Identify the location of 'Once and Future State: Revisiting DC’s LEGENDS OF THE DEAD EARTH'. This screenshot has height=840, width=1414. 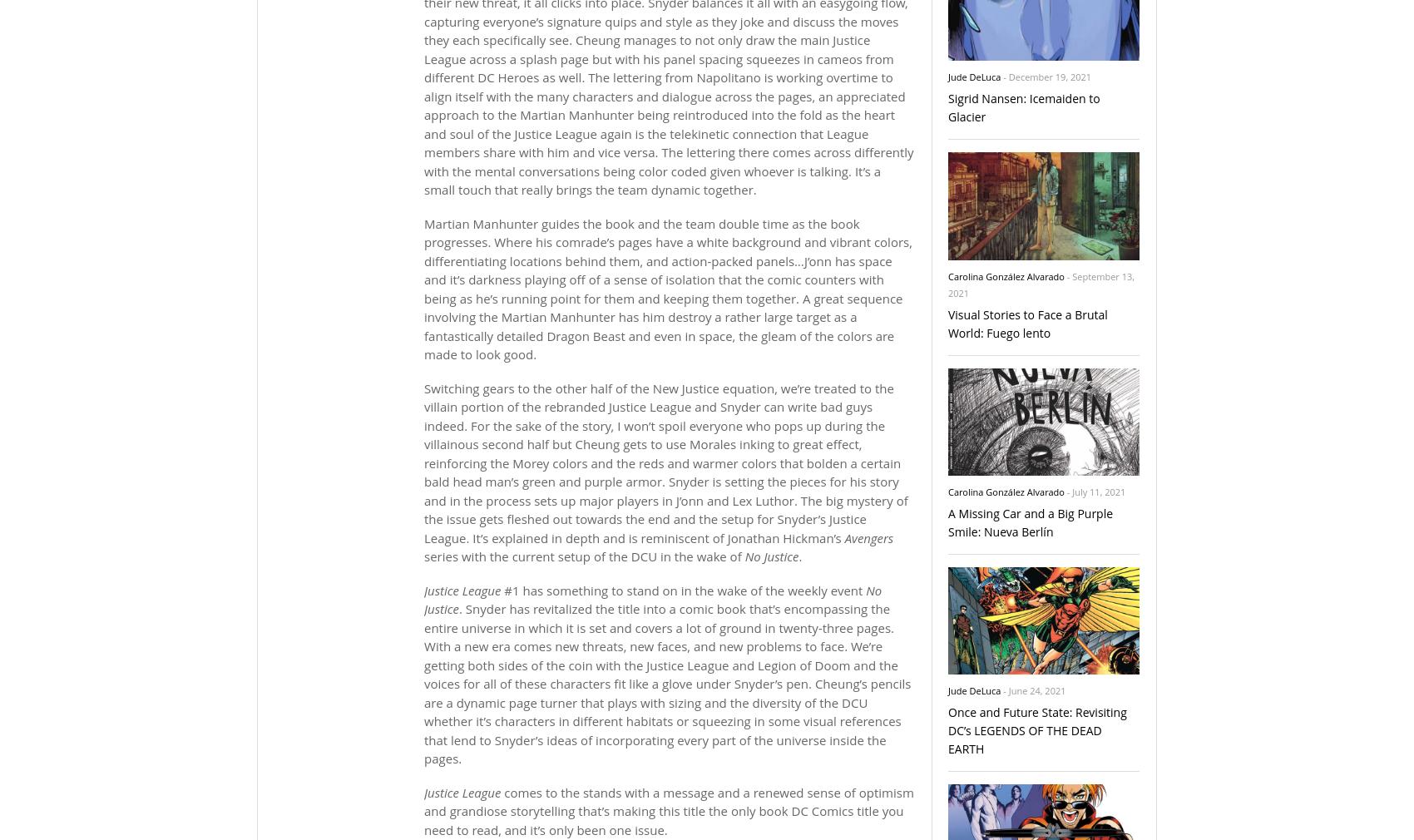
(948, 730).